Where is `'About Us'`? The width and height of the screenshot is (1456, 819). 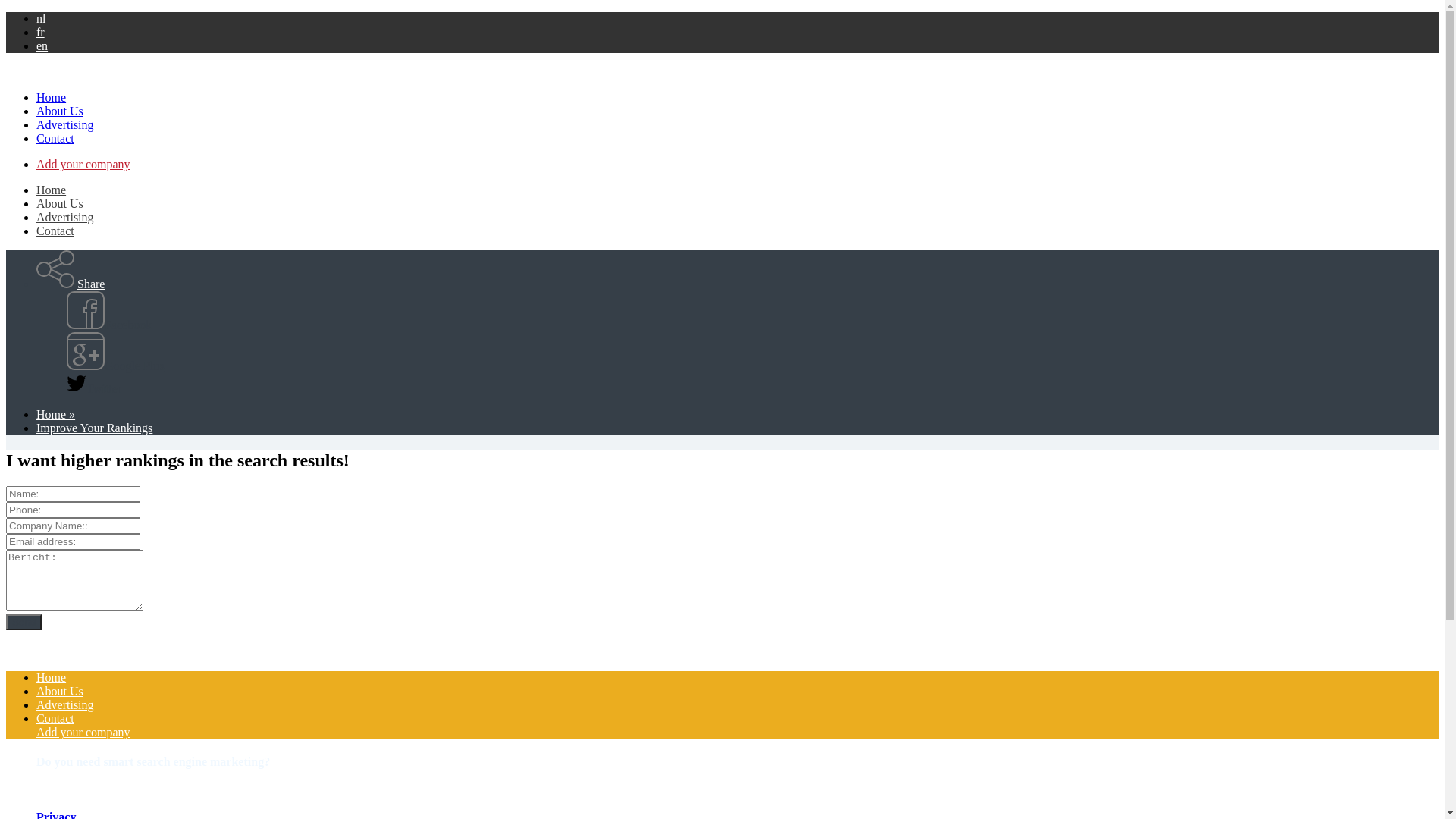 'About Us' is located at coordinates (59, 110).